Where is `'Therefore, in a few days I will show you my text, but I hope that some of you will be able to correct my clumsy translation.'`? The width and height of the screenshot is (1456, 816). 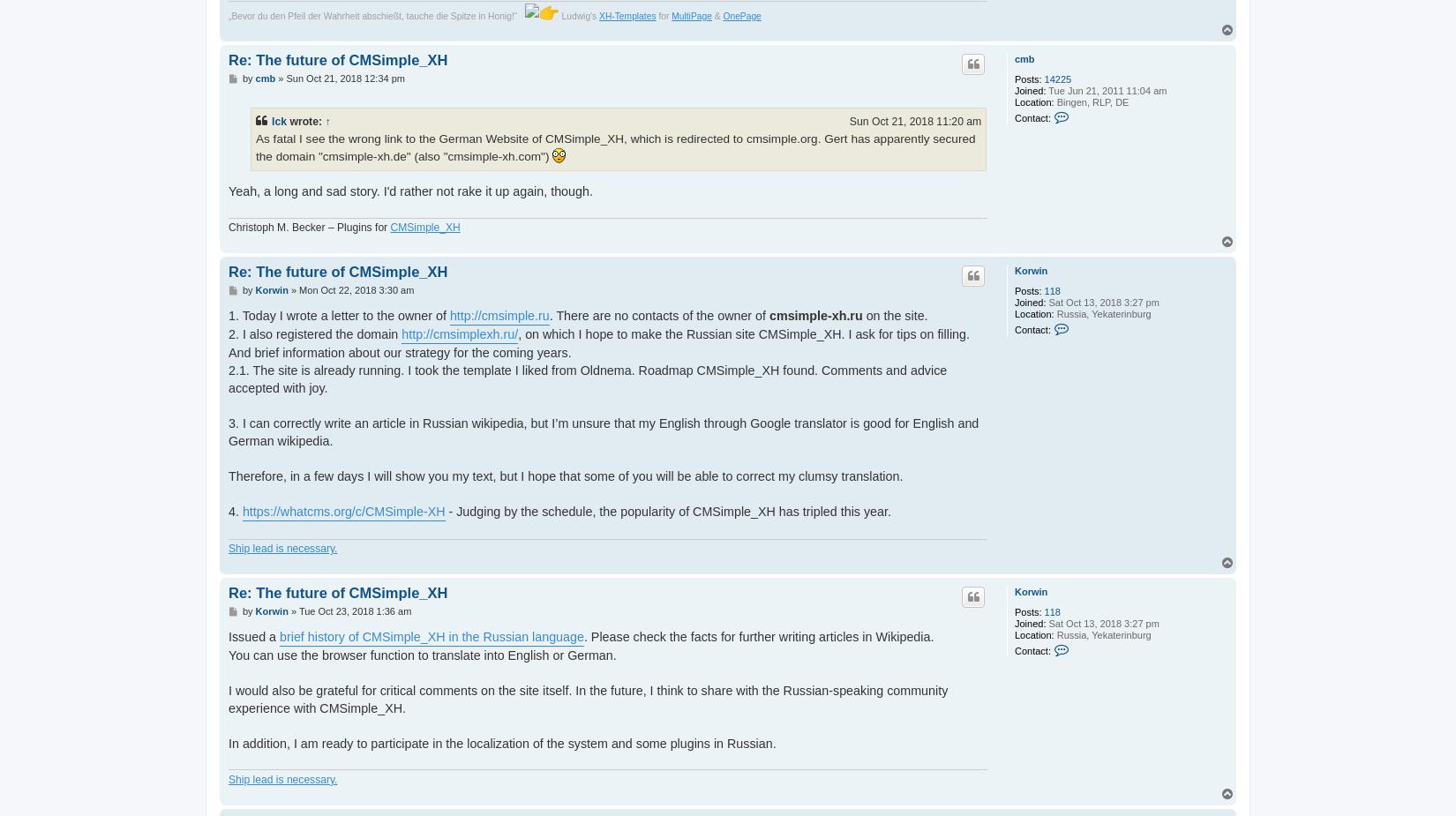
'Therefore, in a few days I will show you my text, but I hope that some of you will be able to correct my clumsy translation.' is located at coordinates (565, 476).